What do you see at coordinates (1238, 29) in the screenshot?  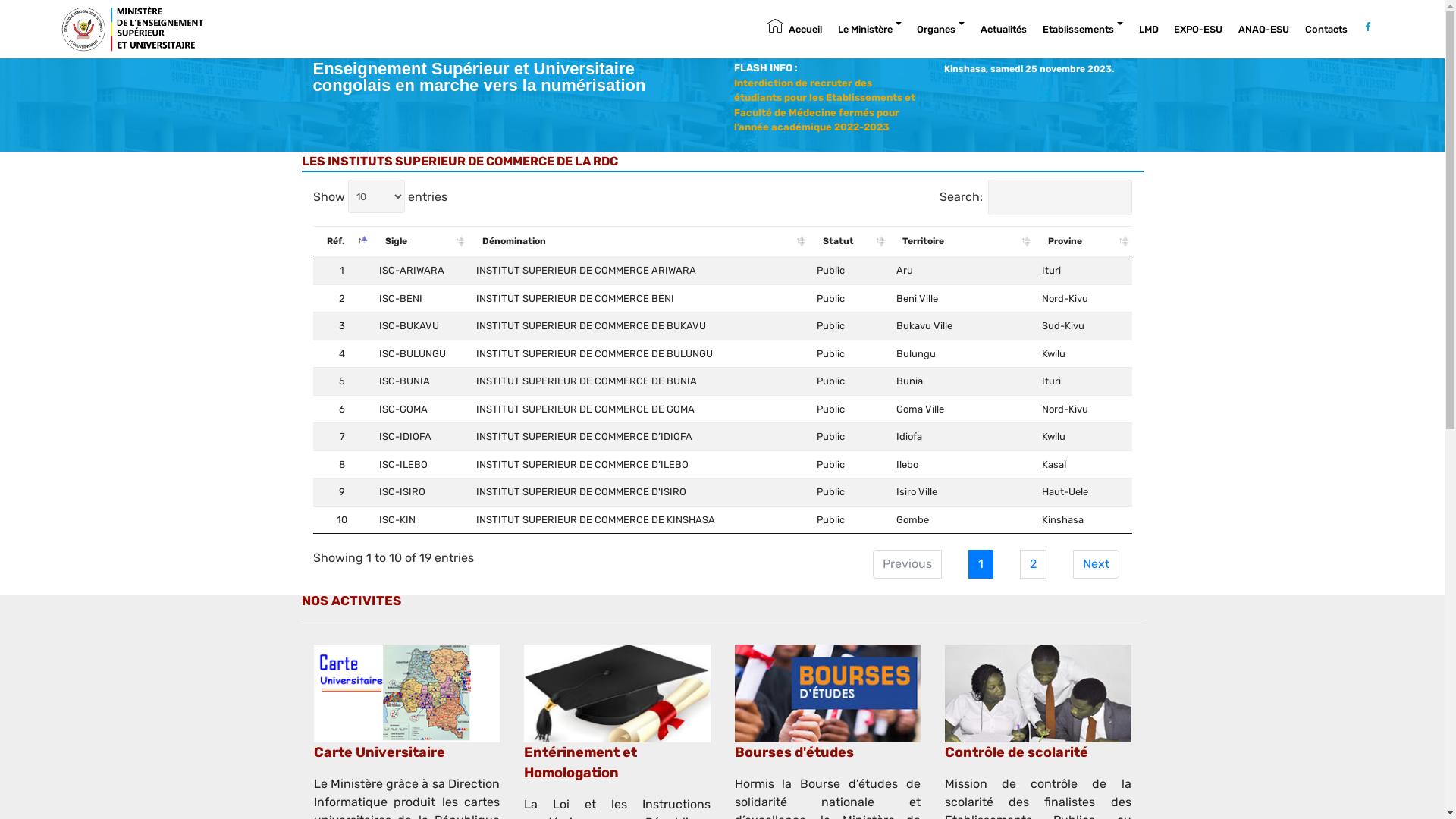 I see `'ANAQ-ESU'` at bounding box center [1238, 29].